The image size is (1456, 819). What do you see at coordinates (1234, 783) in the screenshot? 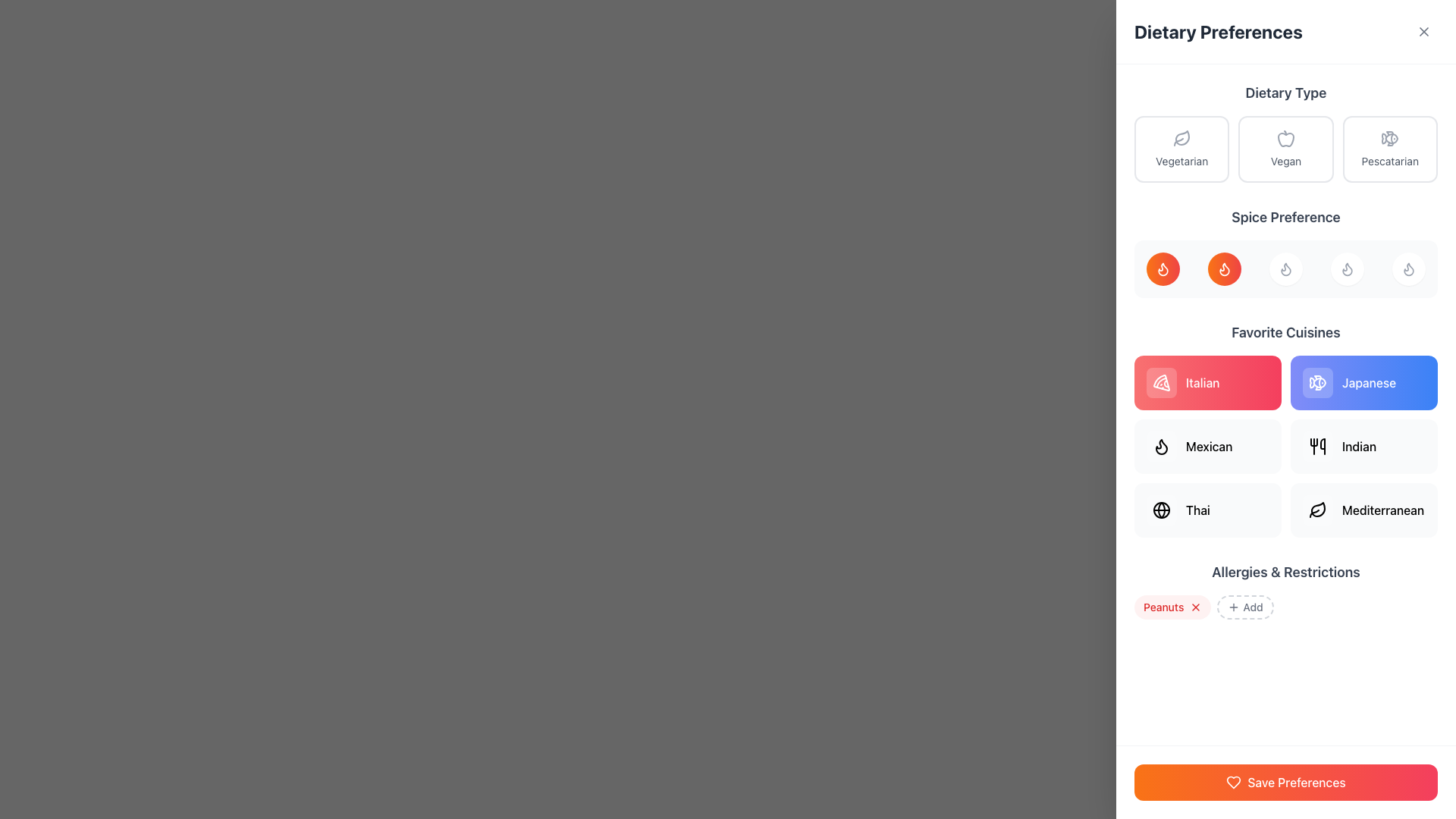
I see `the bright orange heart-shaped icon in the top-right section of the interface to mark it as a favorite` at bounding box center [1234, 783].